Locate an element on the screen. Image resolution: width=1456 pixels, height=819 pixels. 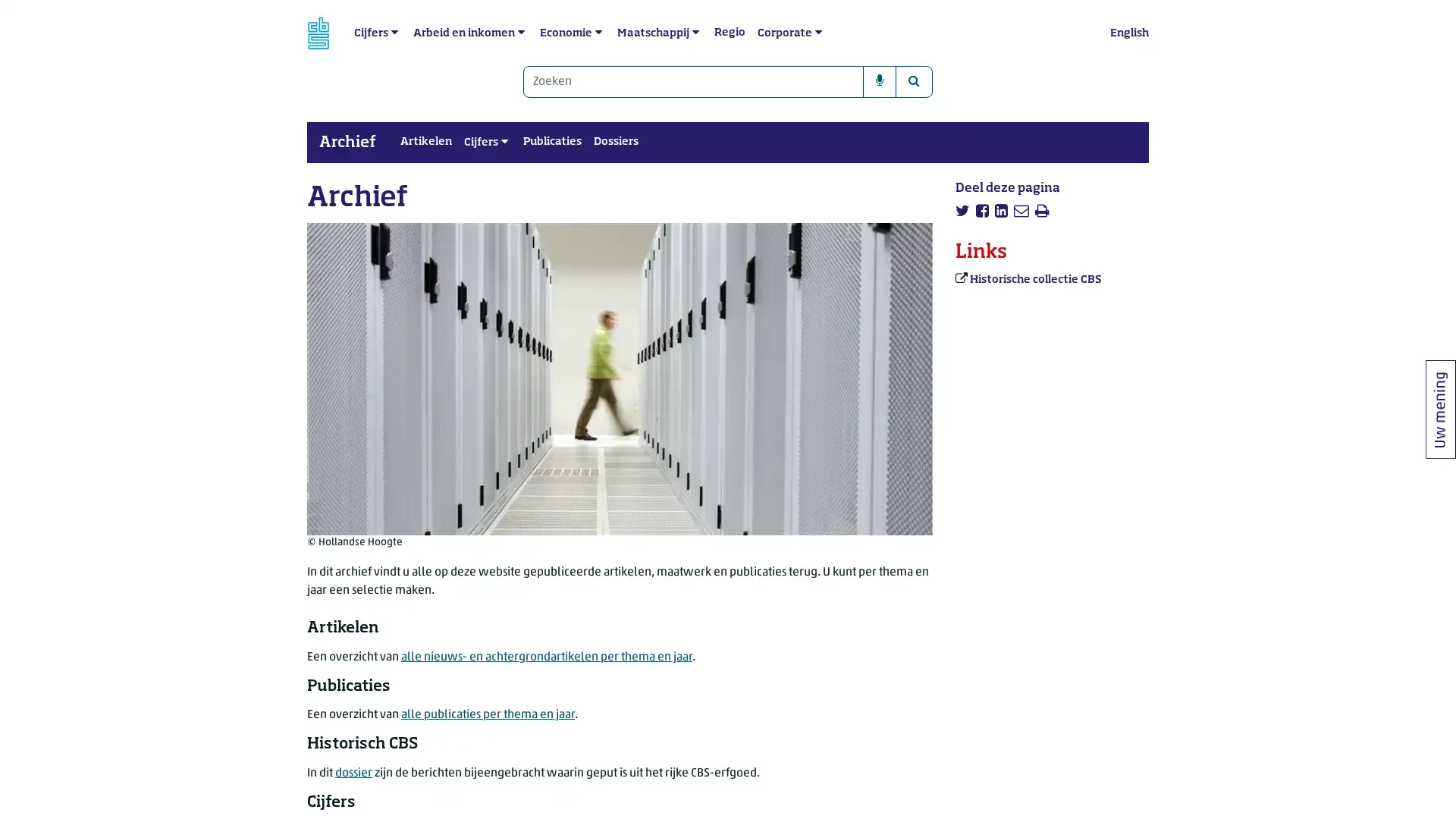
submenu Arbeid en inkomen is located at coordinates (521, 32).